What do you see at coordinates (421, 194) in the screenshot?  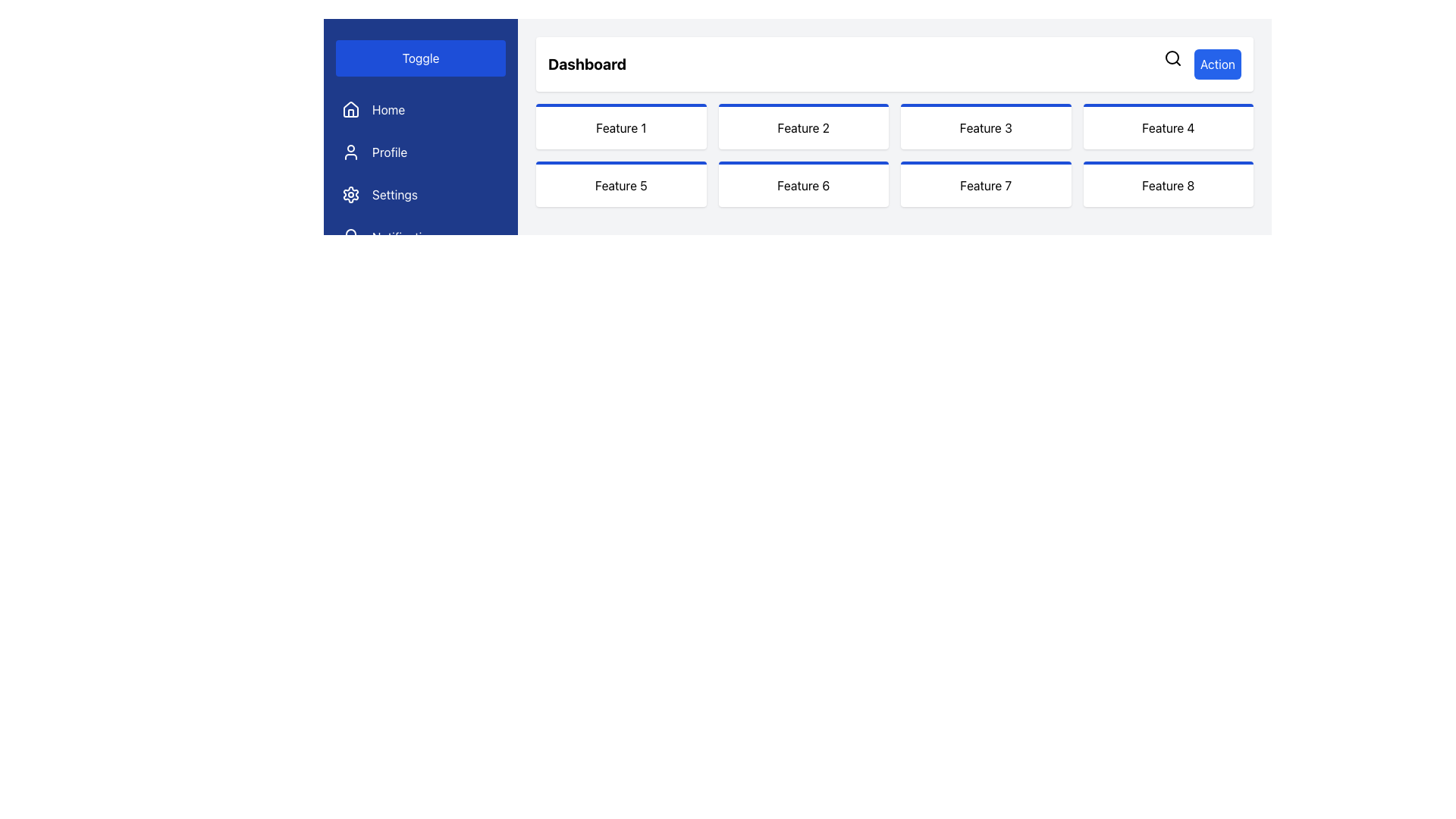 I see `the 'Settings' button, which is the third menu item in the blue sidebar` at bounding box center [421, 194].